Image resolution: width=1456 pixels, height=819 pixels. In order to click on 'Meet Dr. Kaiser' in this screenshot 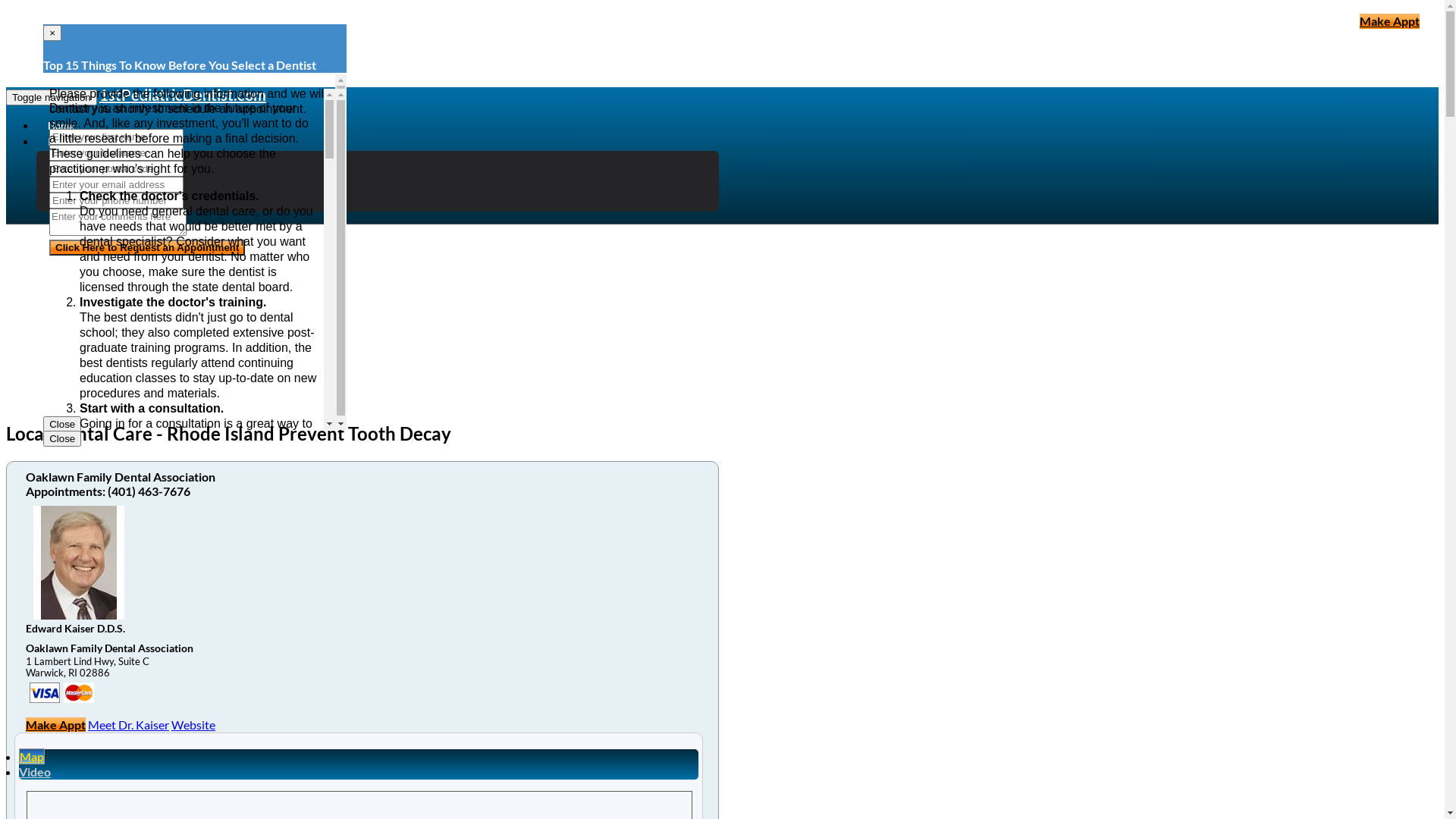, I will do `click(128, 723)`.